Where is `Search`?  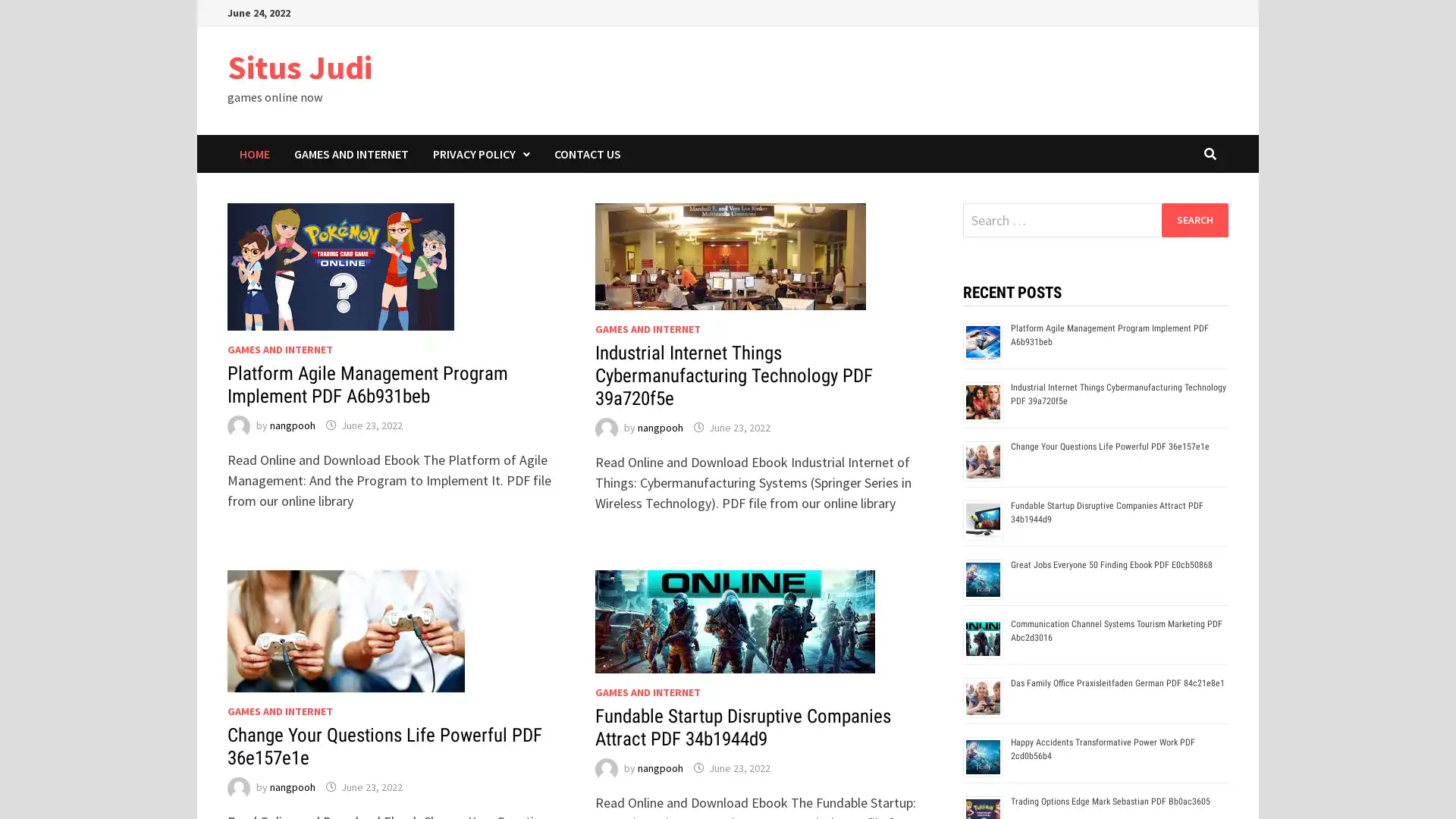 Search is located at coordinates (1194, 219).